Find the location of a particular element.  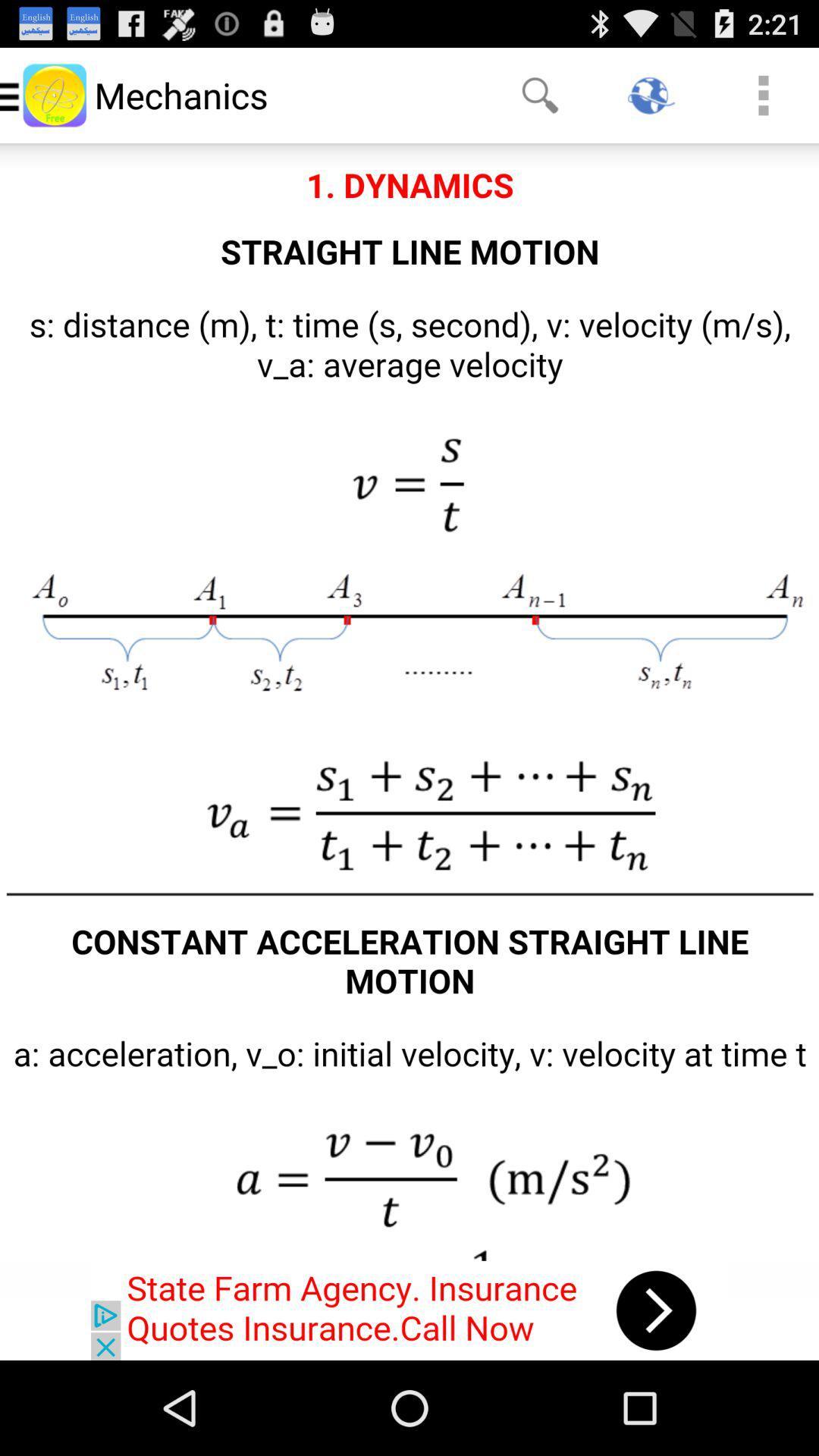

click on advertisement is located at coordinates (409, 1310).